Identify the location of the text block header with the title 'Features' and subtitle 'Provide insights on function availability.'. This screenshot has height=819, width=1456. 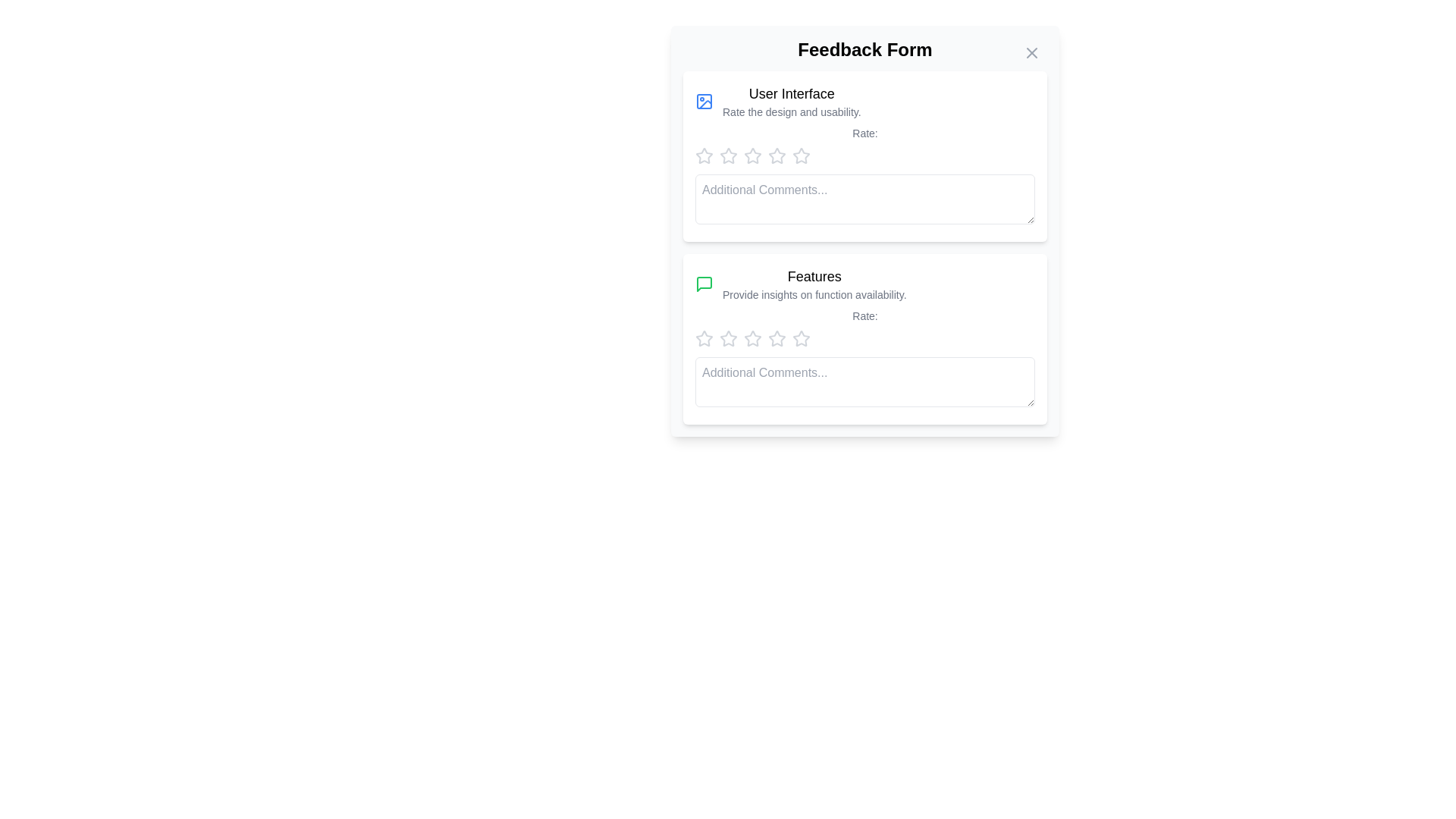
(814, 284).